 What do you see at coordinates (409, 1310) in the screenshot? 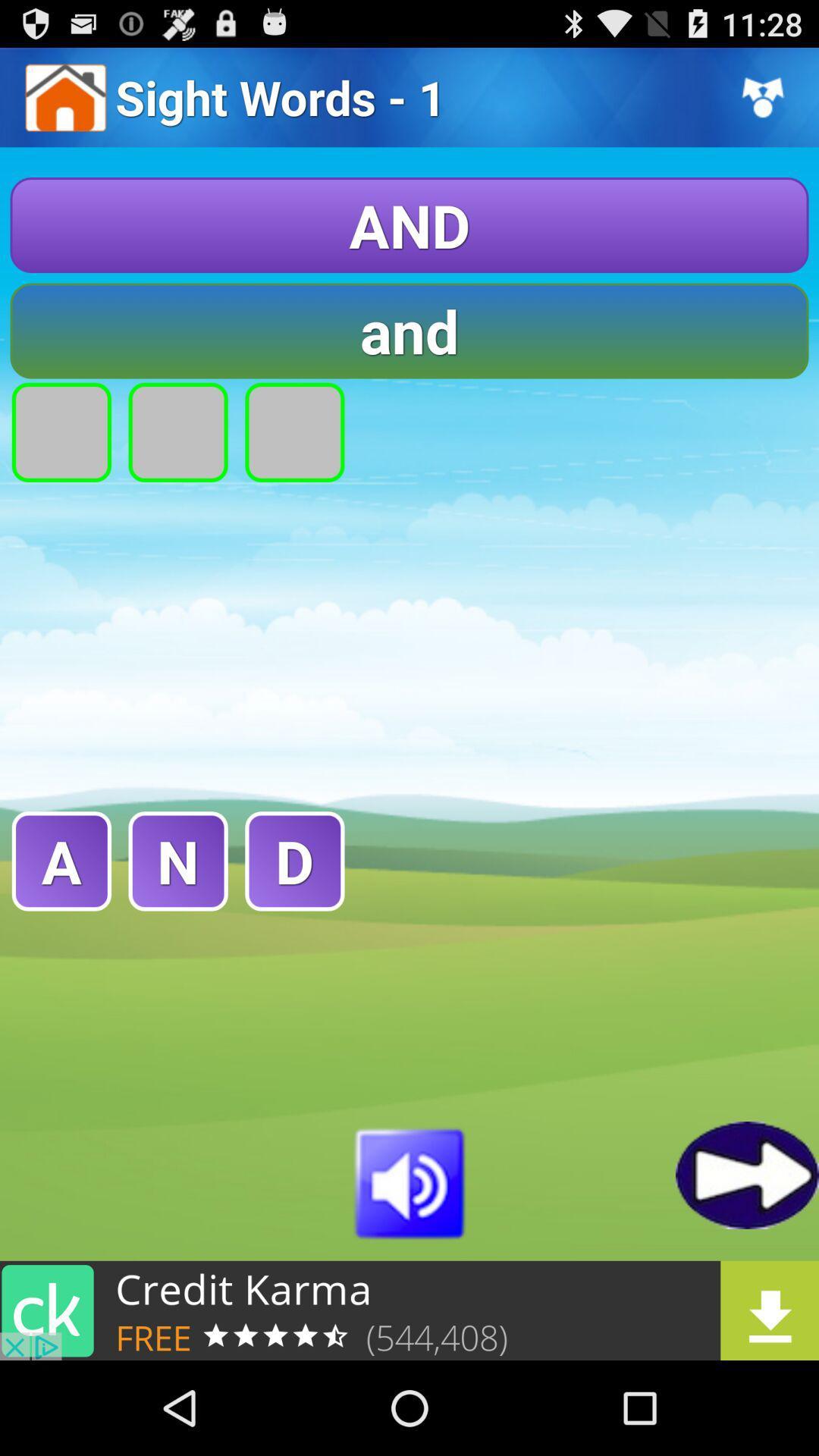
I see `visit credit karma website` at bounding box center [409, 1310].